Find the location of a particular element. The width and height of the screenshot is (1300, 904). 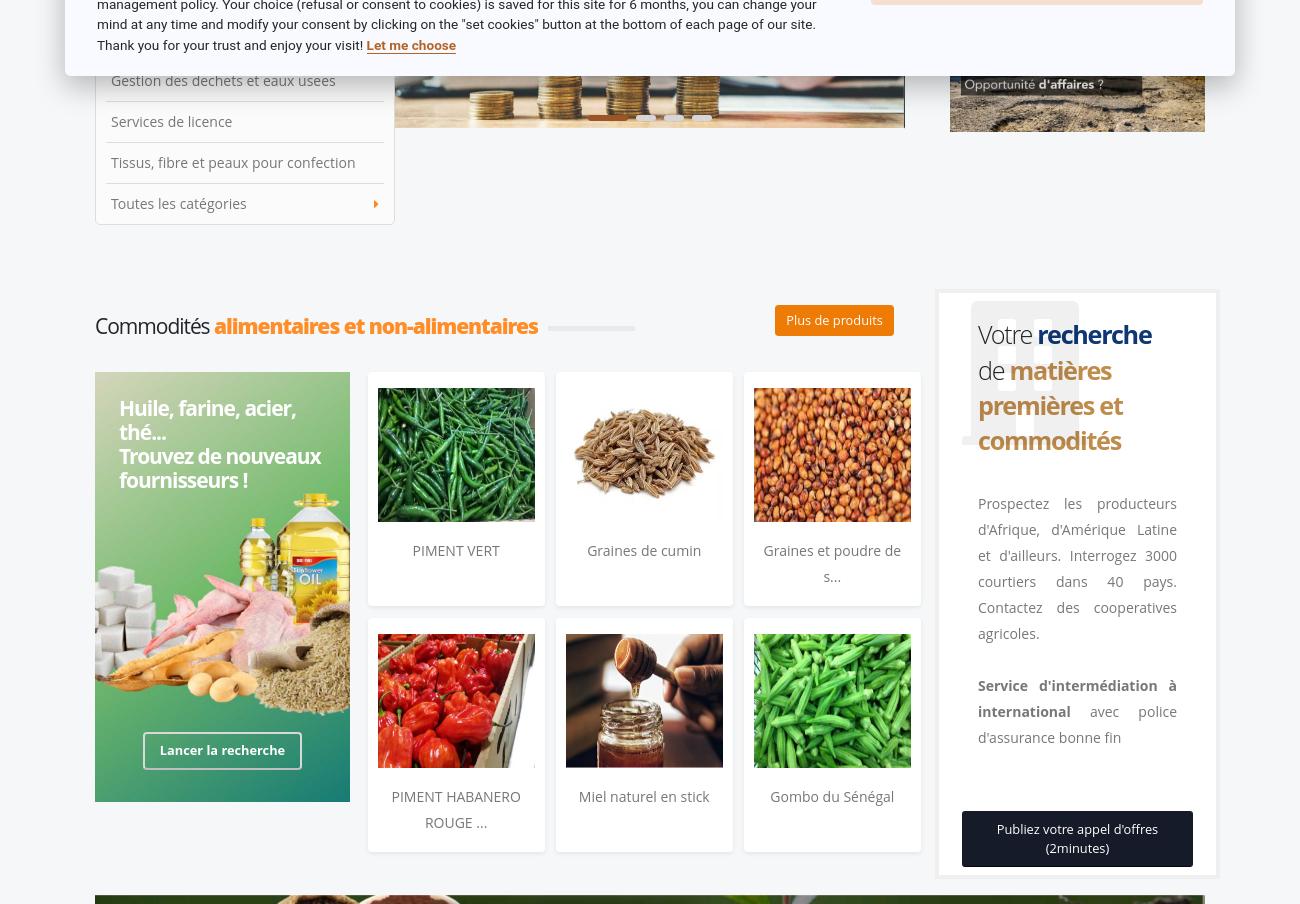

'Gestion des dechets et eaux usees' is located at coordinates (221, 80).